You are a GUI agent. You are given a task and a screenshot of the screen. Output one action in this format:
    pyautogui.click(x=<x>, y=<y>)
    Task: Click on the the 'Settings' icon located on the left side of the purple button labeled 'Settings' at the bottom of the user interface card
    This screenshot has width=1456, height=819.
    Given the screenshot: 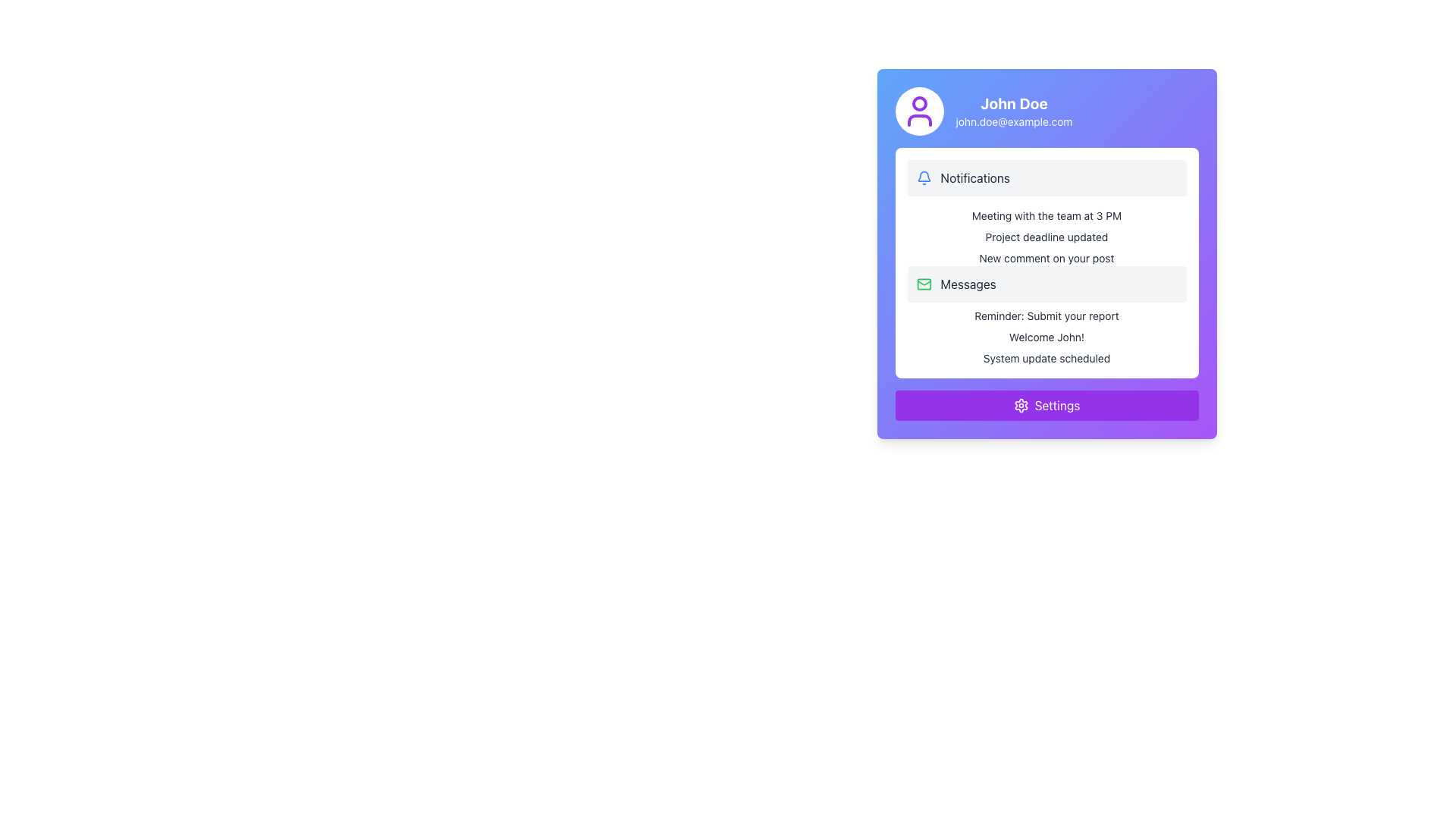 What is the action you would take?
    pyautogui.click(x=1021, y=405)
    